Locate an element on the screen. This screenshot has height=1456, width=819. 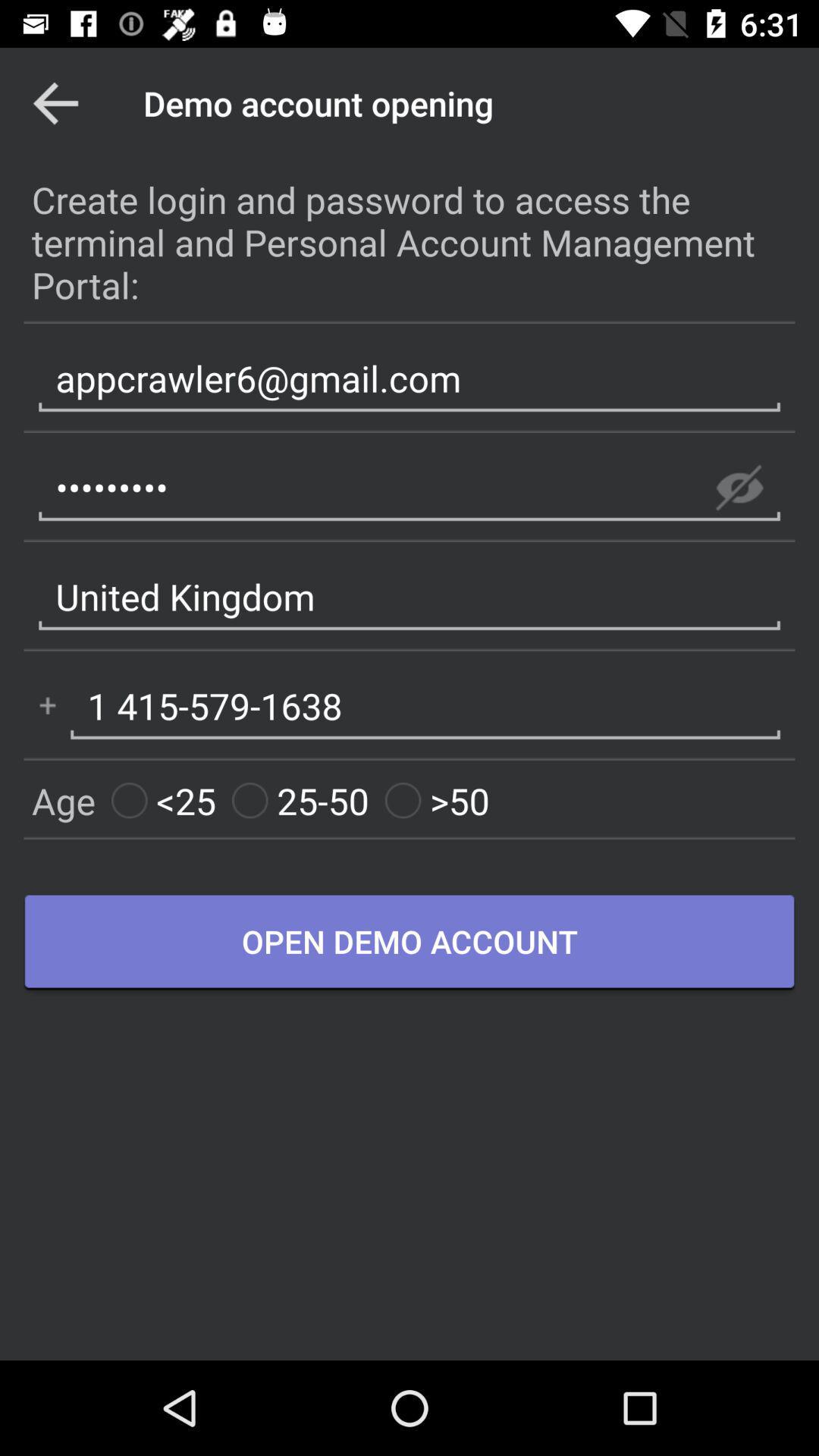
show password option is located at coordinates (739, 488).